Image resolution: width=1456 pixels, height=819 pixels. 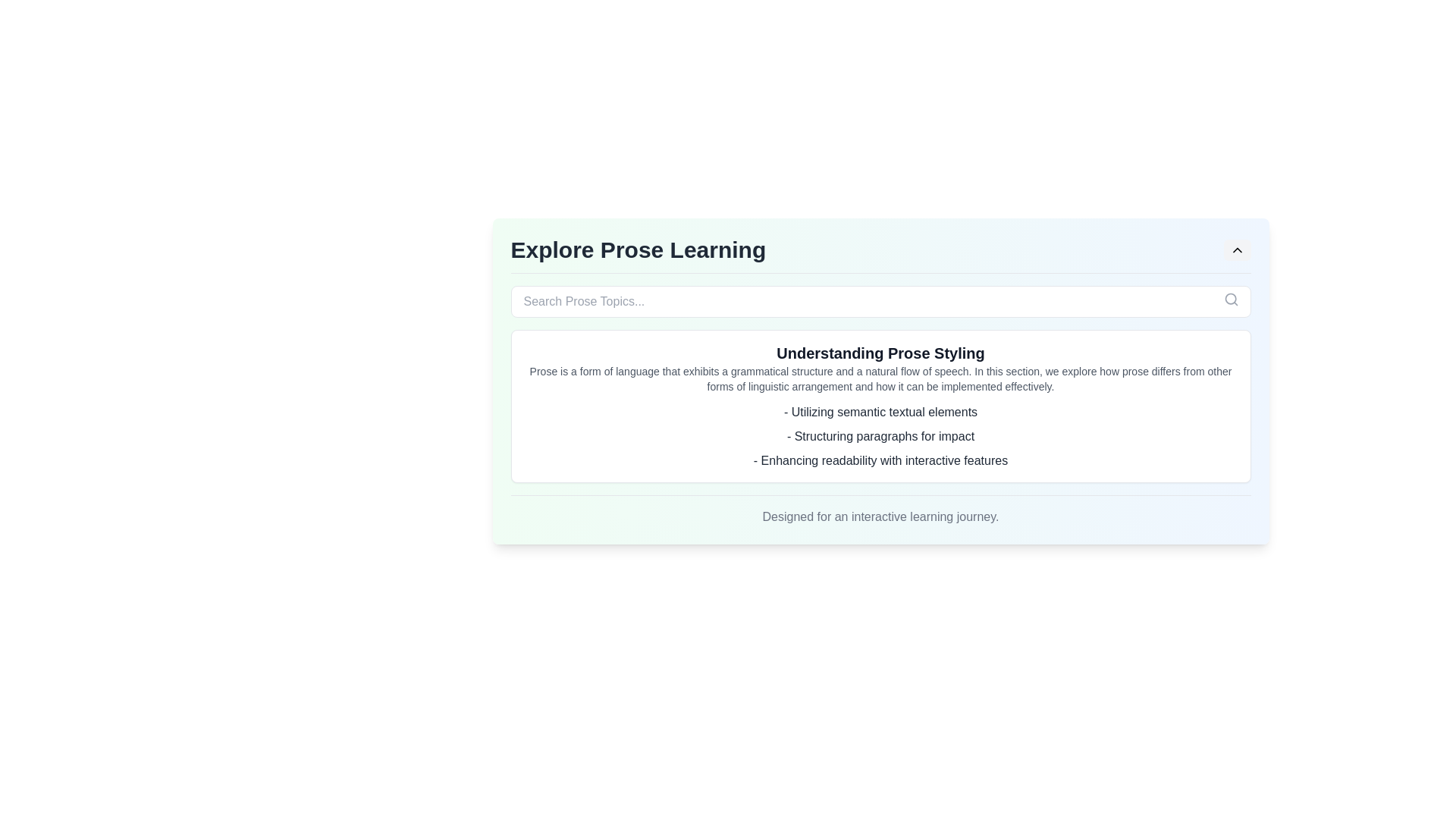 What do you see at coordinates (880, 378) in the screenshot?
I see `the descriptive text block located below the bold title 'Understanding Prose Styling' and above a bulleted list` at bounding box center [880, 378].